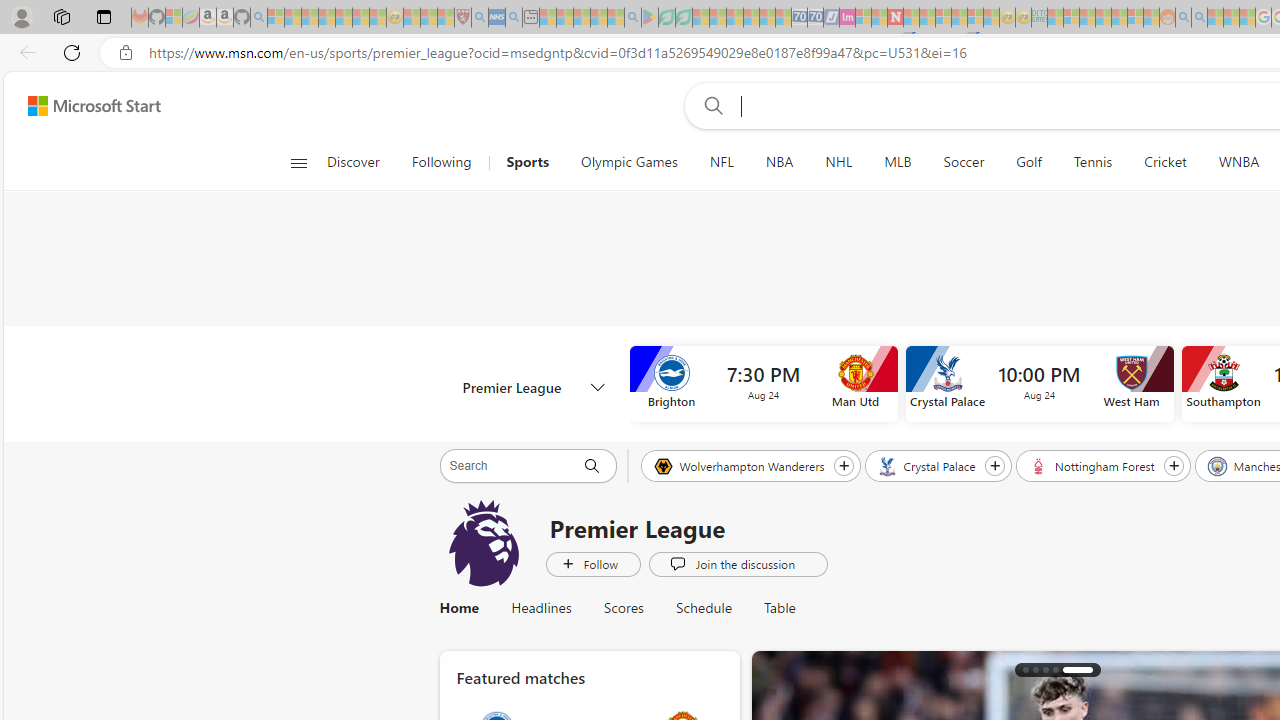 The image size is (1280, 720). I want to click on 'Tennis', so click(1092, 162).